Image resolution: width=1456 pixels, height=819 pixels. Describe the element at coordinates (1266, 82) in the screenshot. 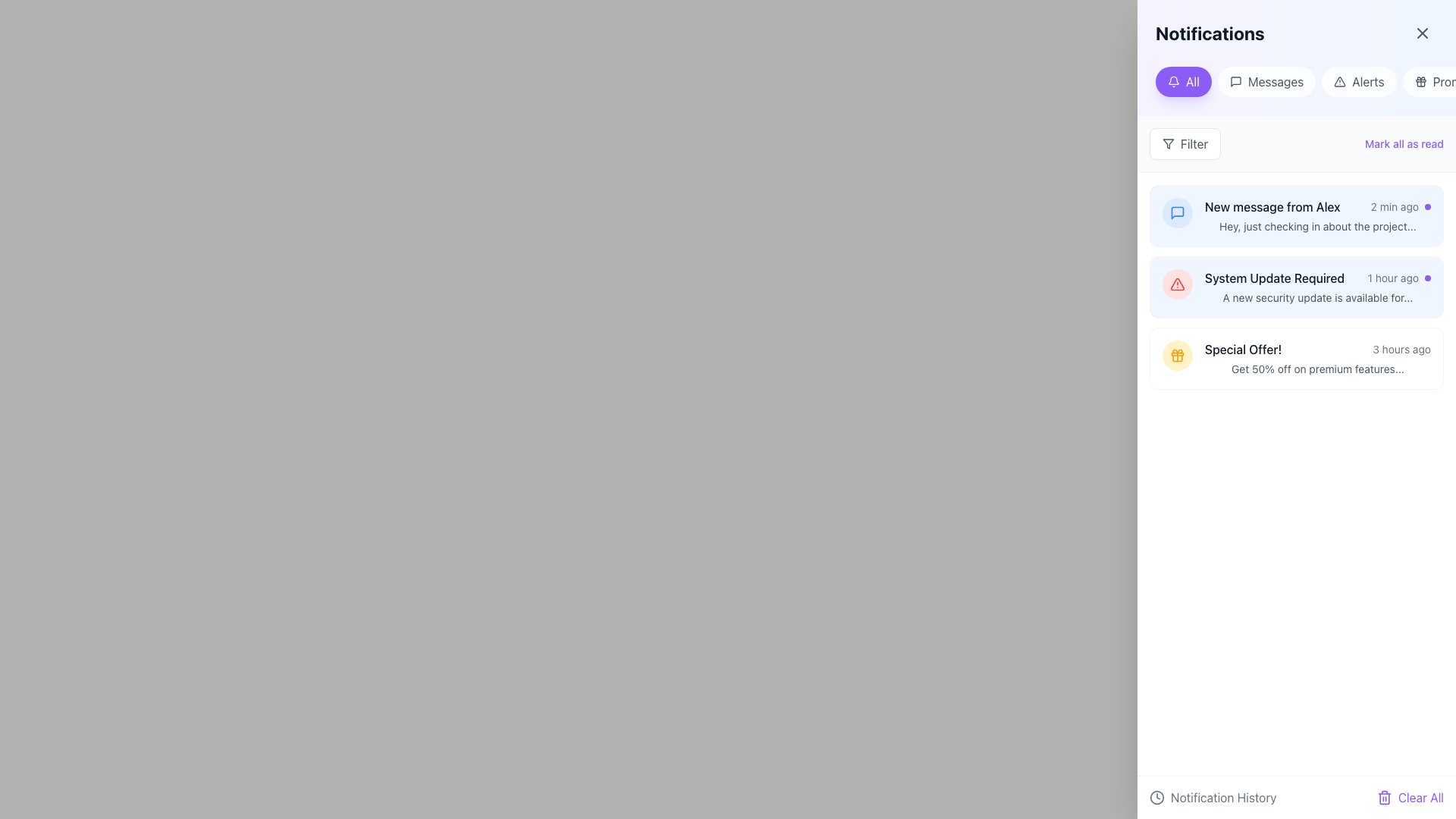

I see `the 'Messages' button, which is the second button in a horizontal row, located near the top right of the interface` at that location.